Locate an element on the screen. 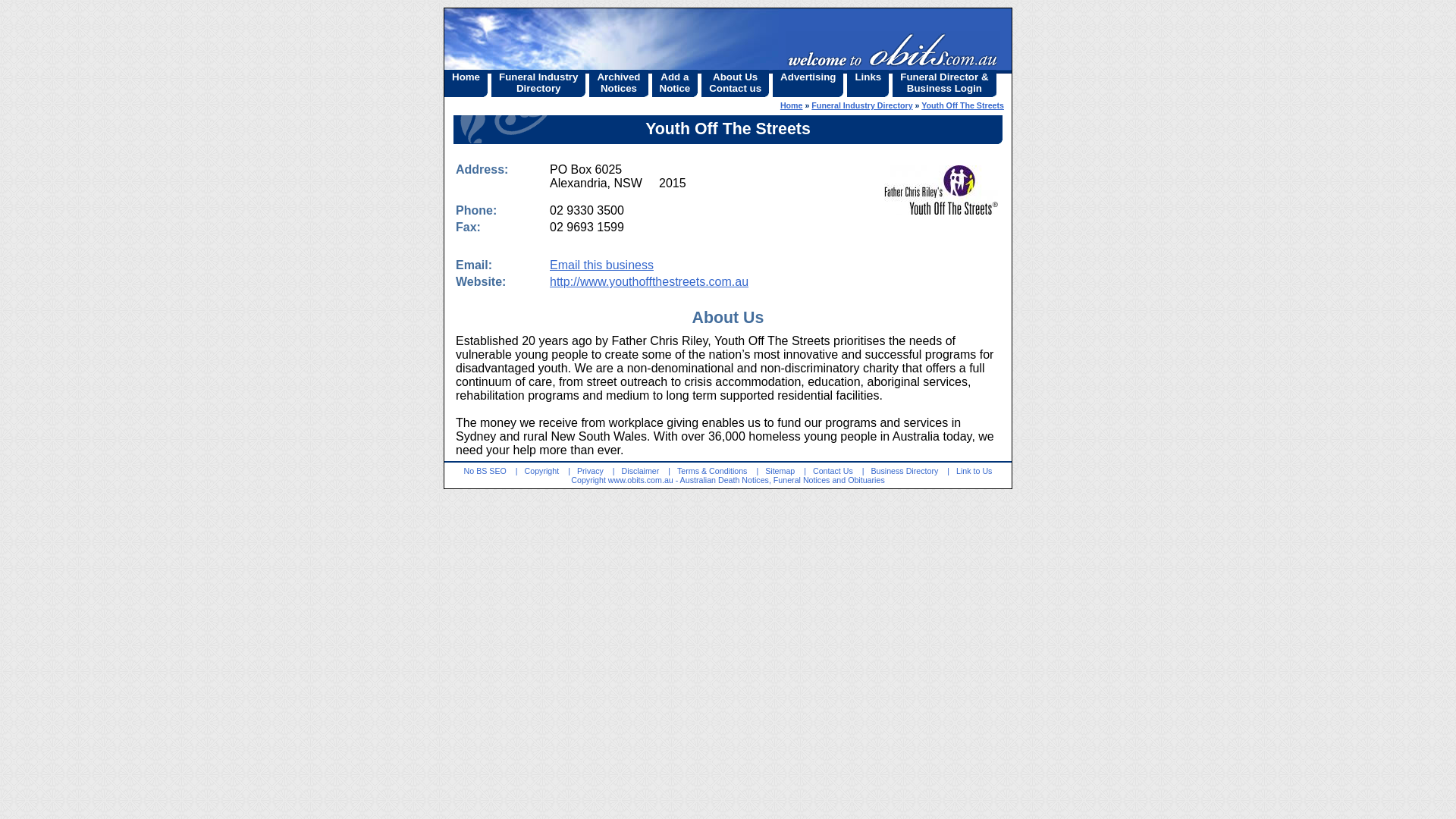 This screenshot has height=819, width=1456. 'Privacy' is located at coordinates (589, 470).